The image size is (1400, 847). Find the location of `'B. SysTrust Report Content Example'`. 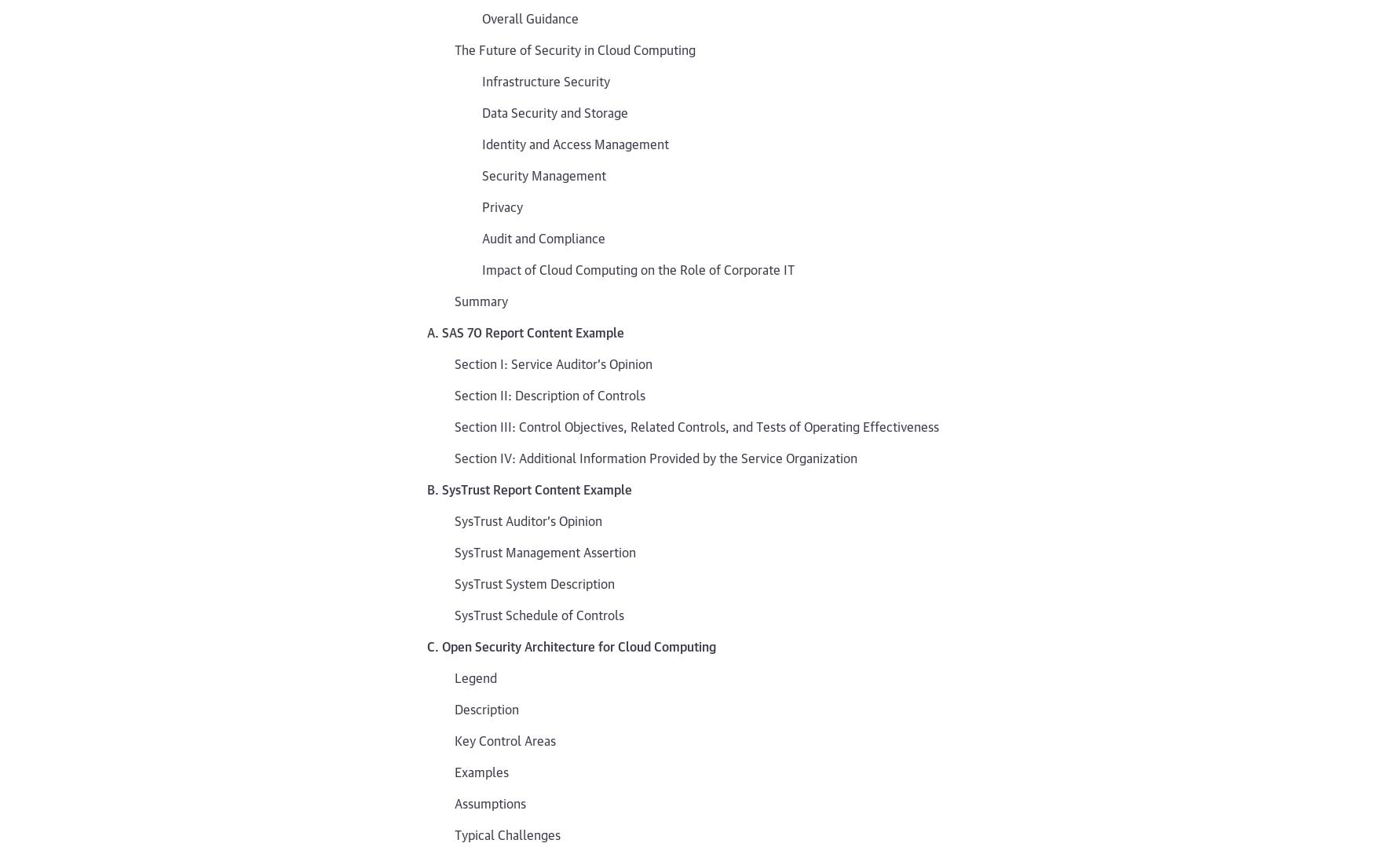

'B. SysTrust Report Content Example' is located at coordinates (426, 488).